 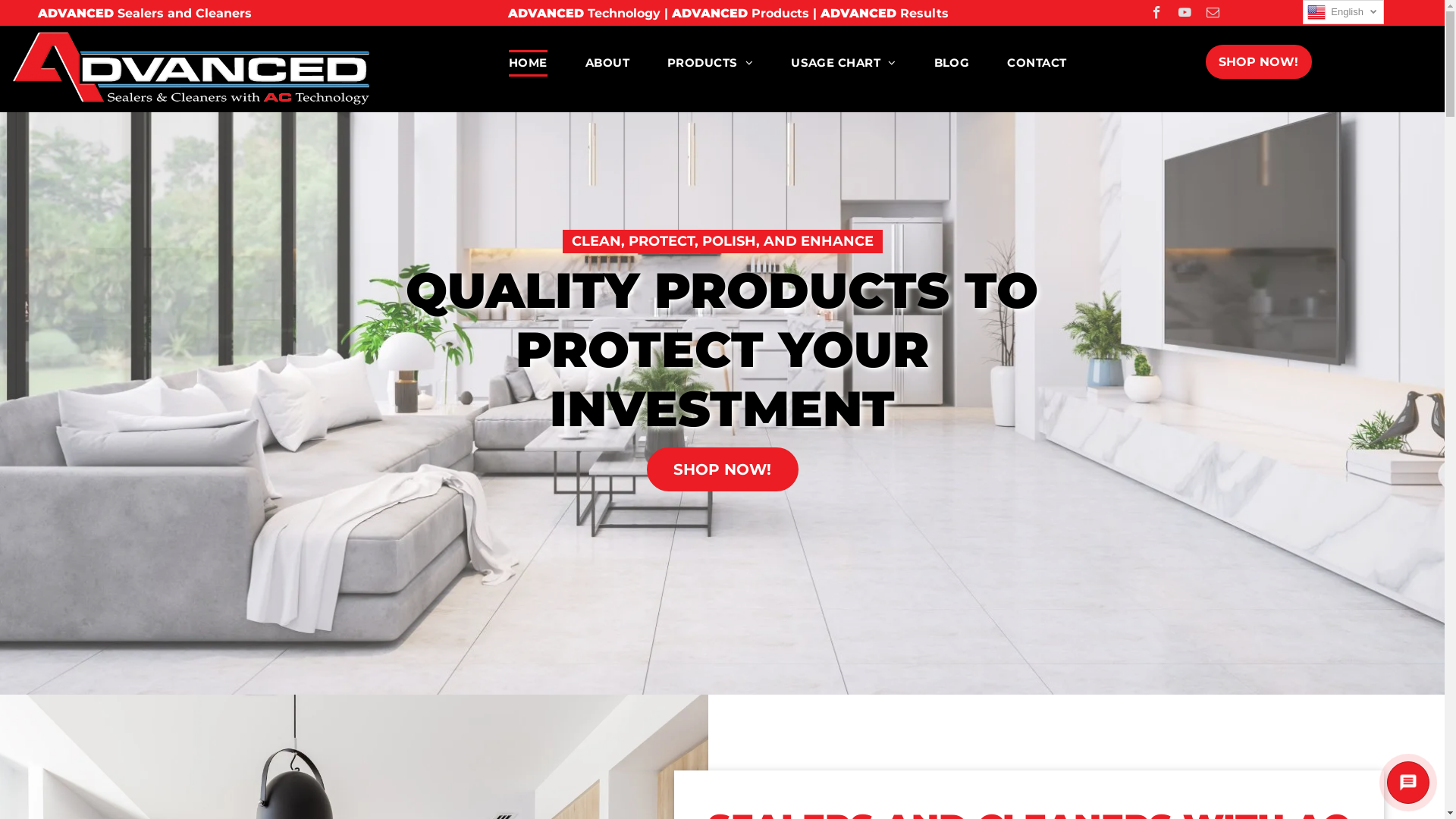 What do you see at coordinates (914, 62) in the screenshot?
I see `'BLOG'` at bounding box center [914, 62].